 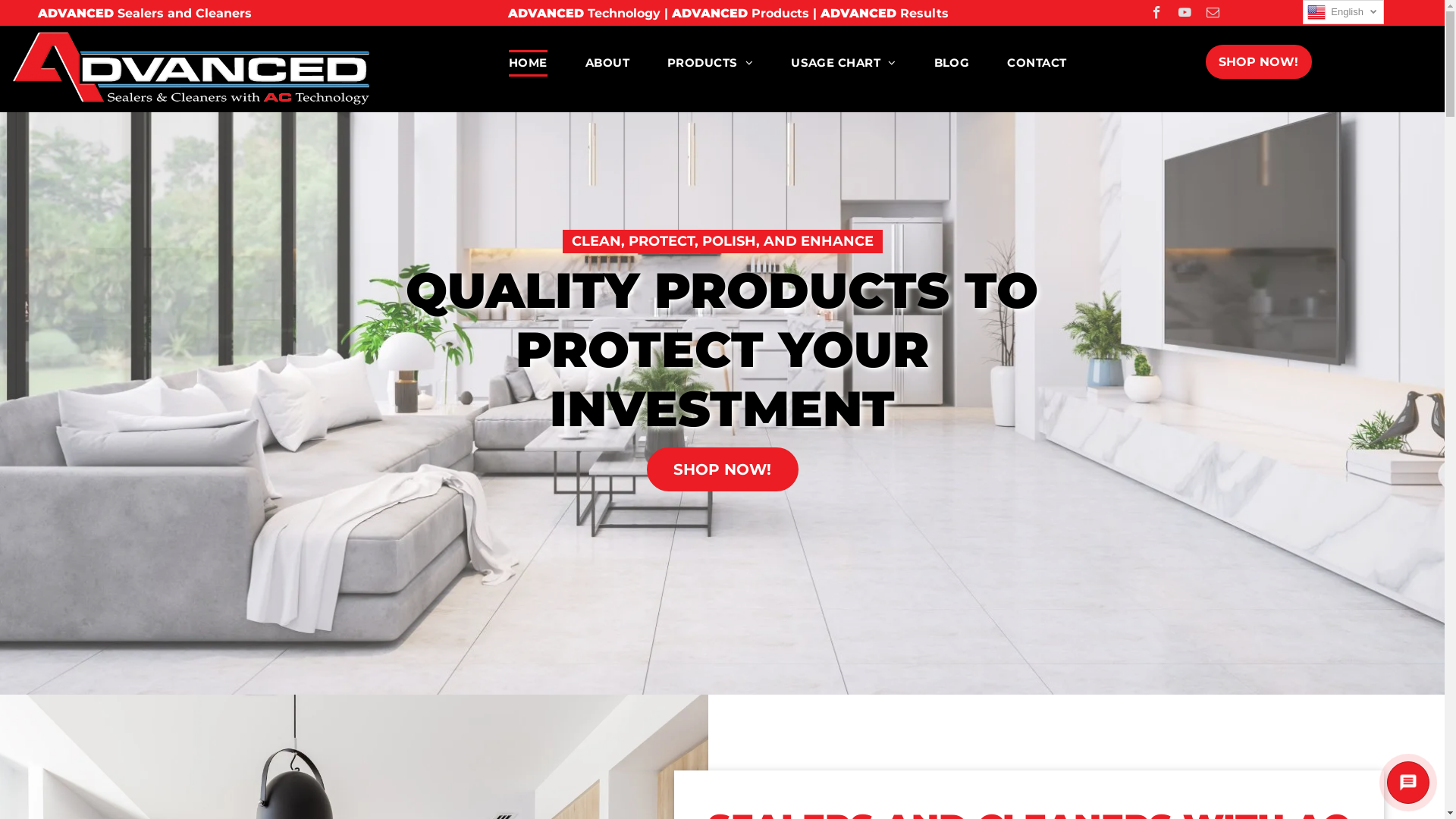 What do you see at coordinates (914, 62) in the screenshot?
I see `'BLOG'` at bounding box center [914, 62].